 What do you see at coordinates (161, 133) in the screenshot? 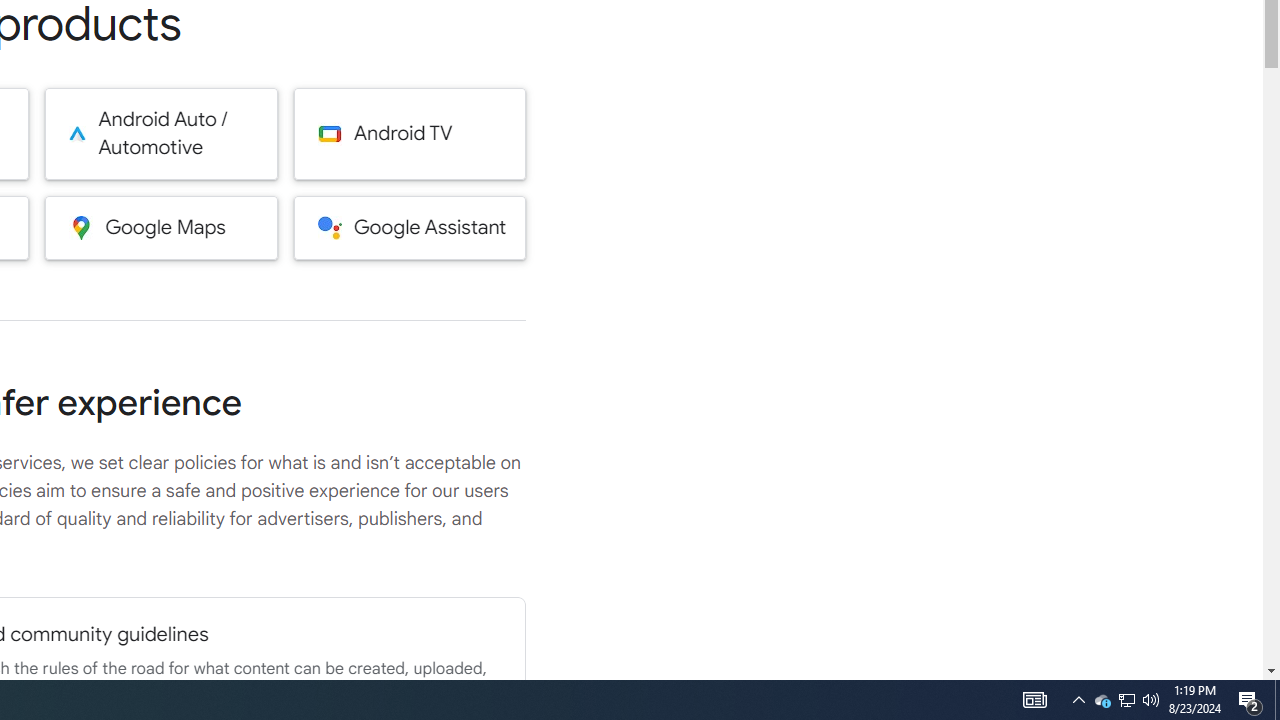
I see `'Android Auto / Automotive'` at bounding box center [161, 133].